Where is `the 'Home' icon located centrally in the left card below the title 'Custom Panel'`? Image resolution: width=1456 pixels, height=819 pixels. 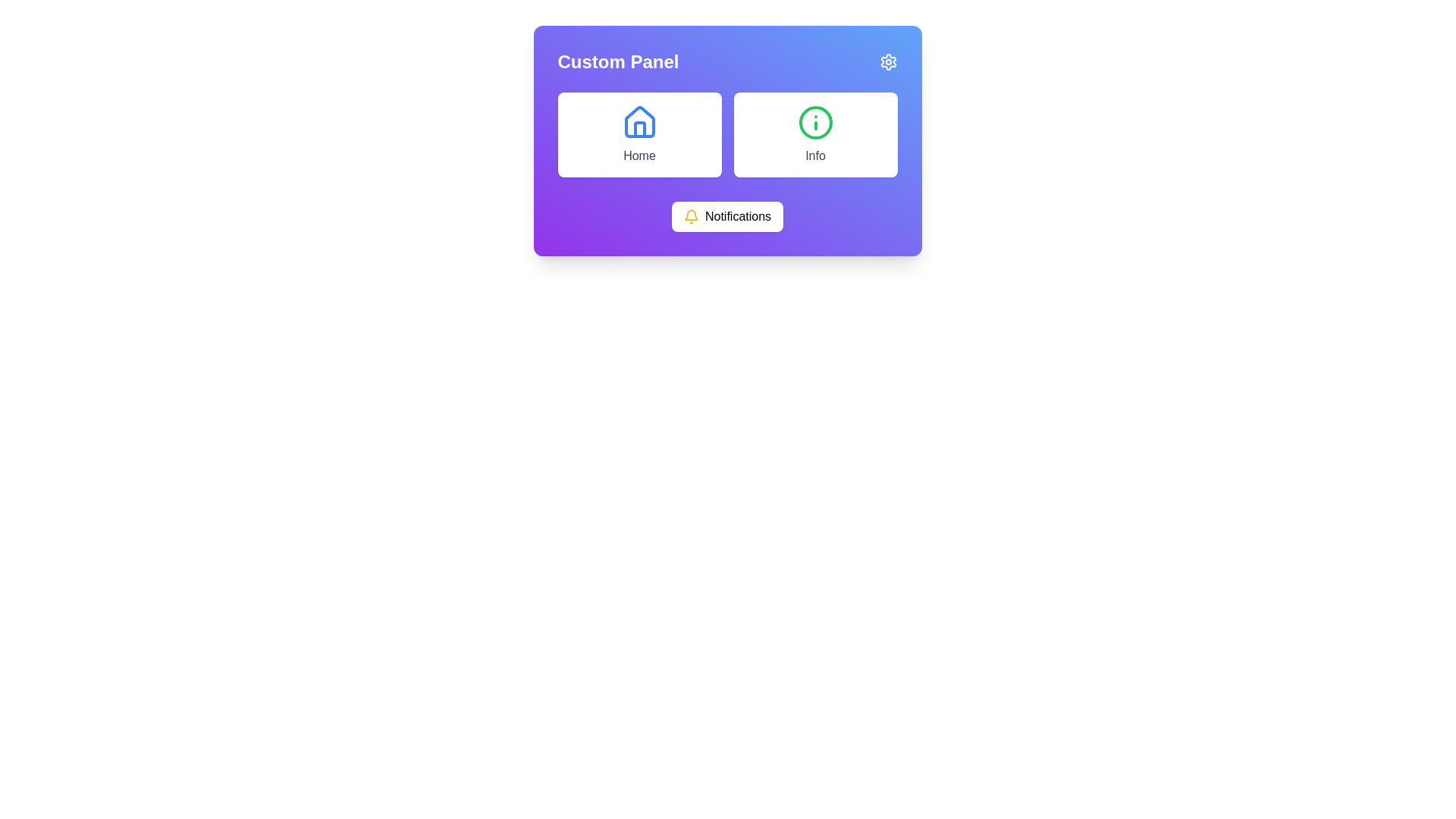
the 'Home' icon located centrally in the left card below the title 'Custom Panel' is located at coordinates (639, 121).